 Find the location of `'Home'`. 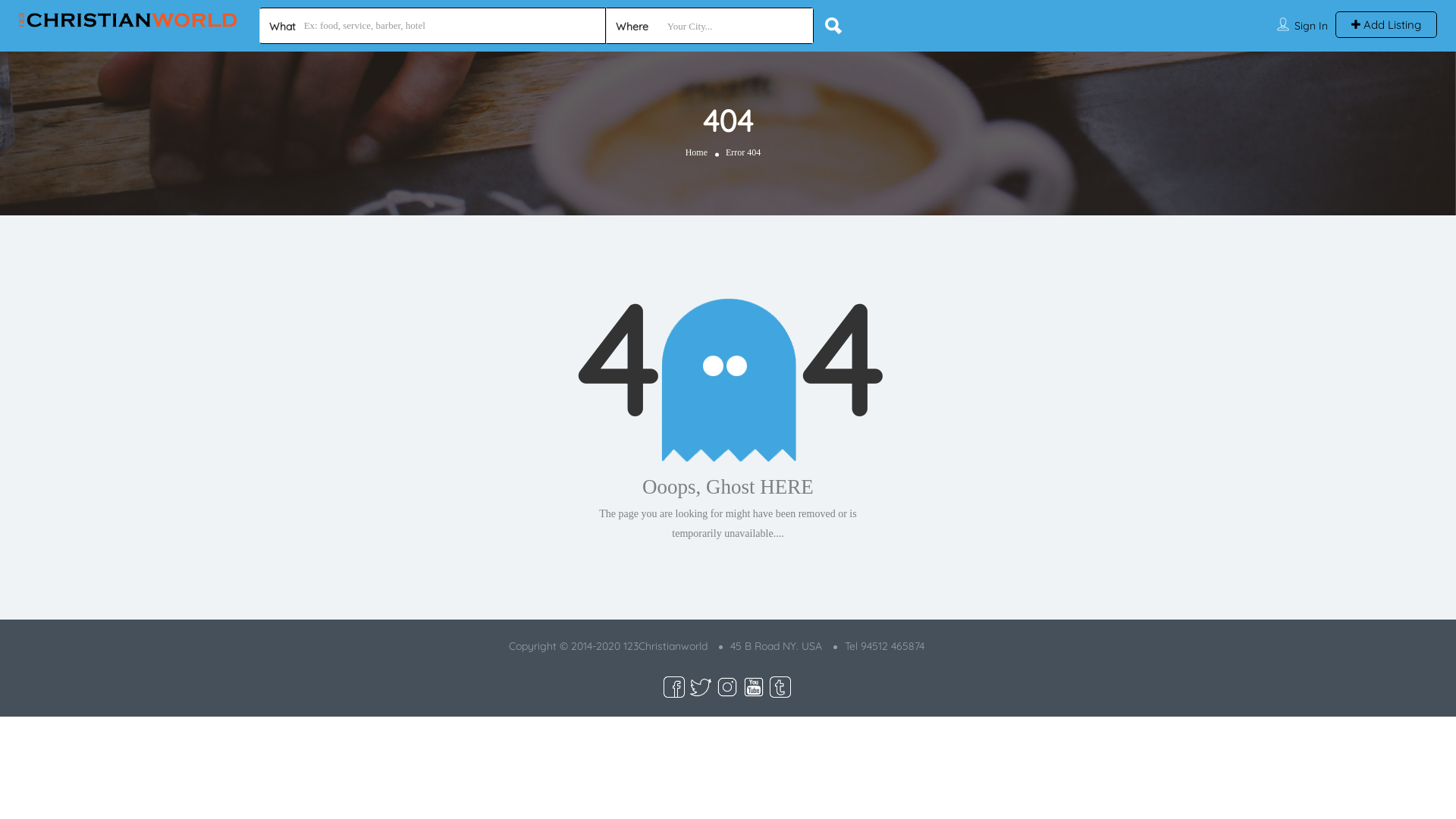

'Home' is located at coordinates (695, 152).